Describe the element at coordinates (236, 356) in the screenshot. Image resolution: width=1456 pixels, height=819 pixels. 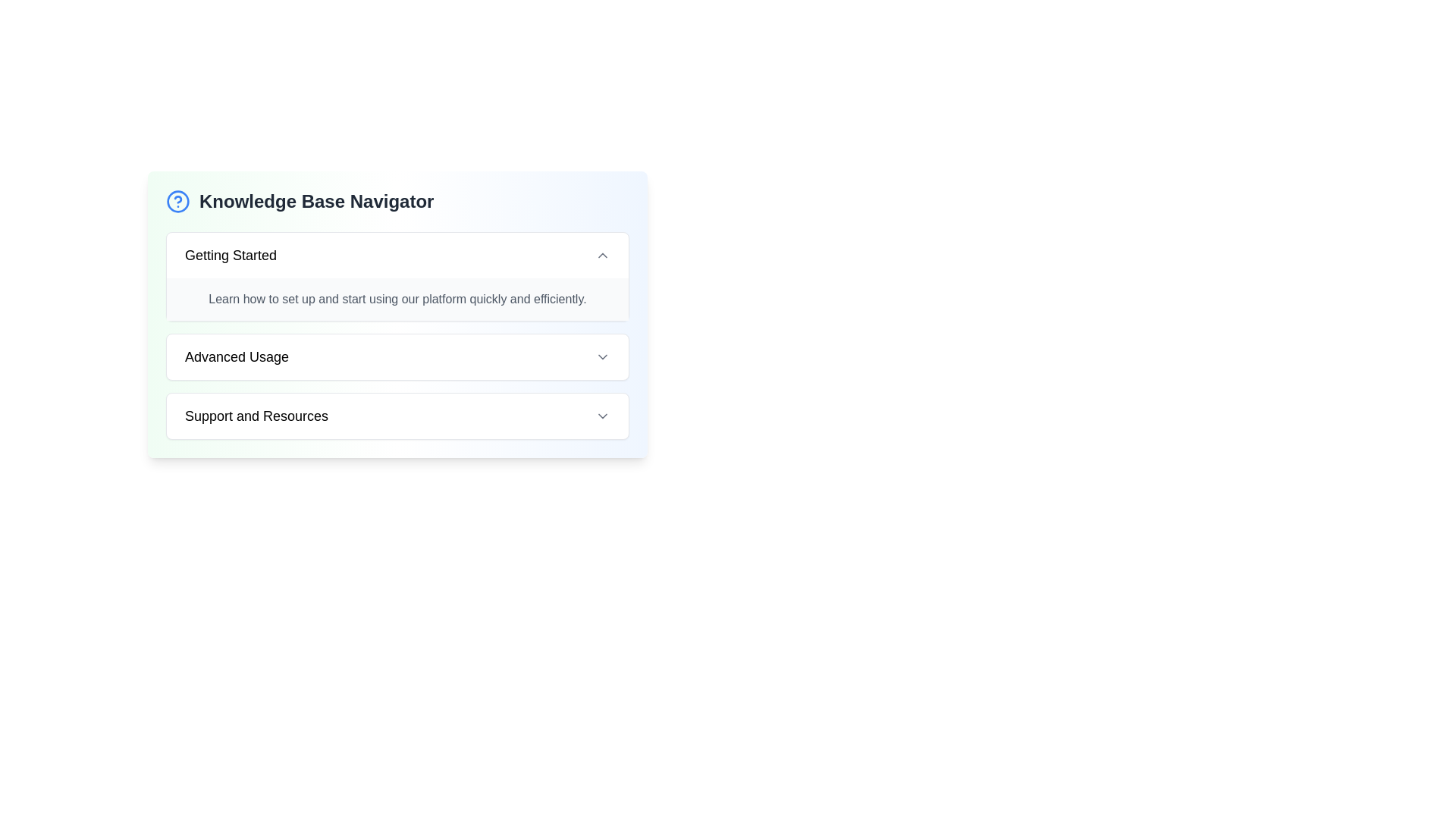
I see `the 'Advanced Usage' text label in the 'Knowledge Base Navigator' section` at that location.